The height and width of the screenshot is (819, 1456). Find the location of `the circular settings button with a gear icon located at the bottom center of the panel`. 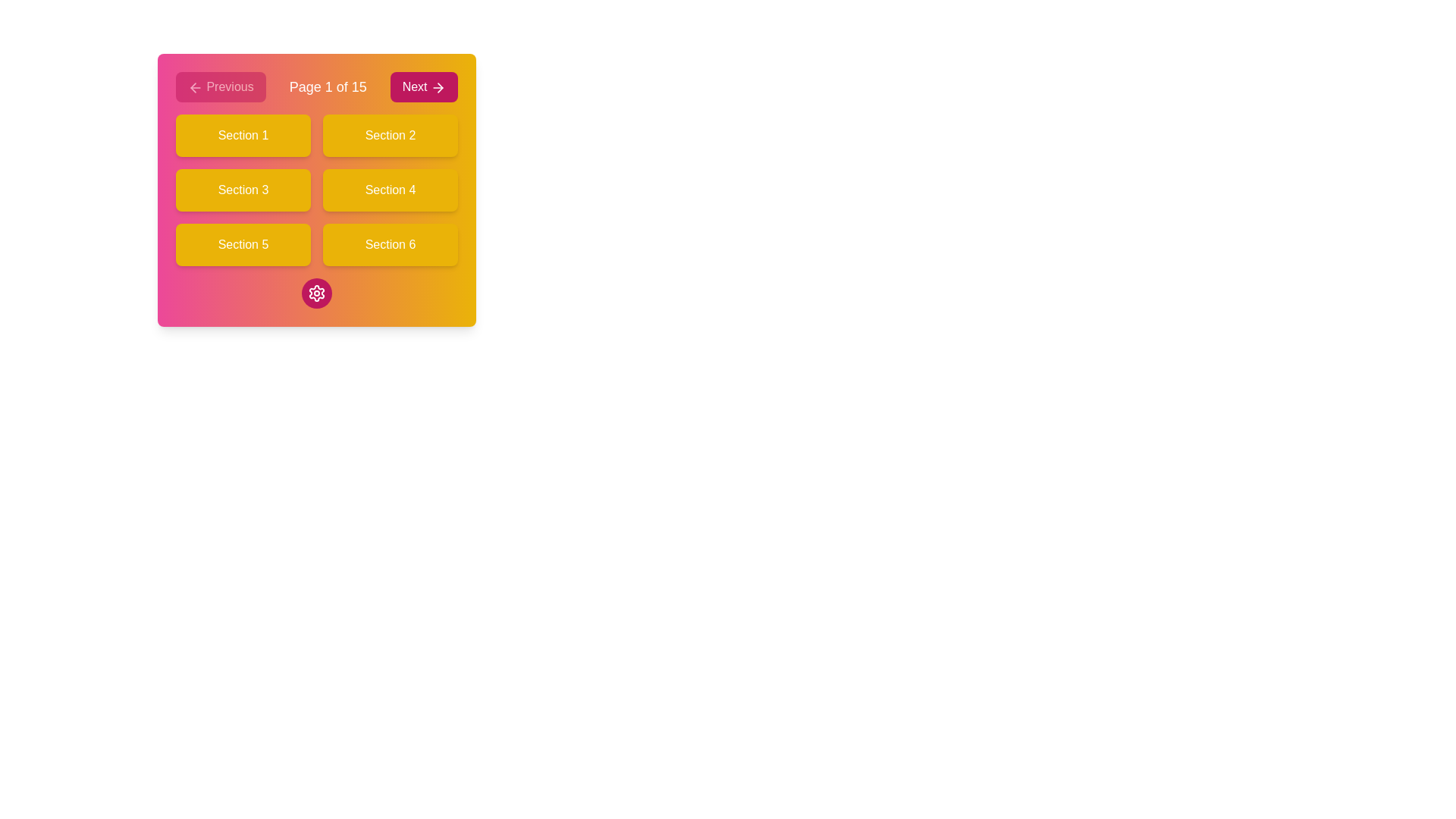

the circular settings button with a gear icon located at the bottom center of the panel is located at coordinates (315, 293).